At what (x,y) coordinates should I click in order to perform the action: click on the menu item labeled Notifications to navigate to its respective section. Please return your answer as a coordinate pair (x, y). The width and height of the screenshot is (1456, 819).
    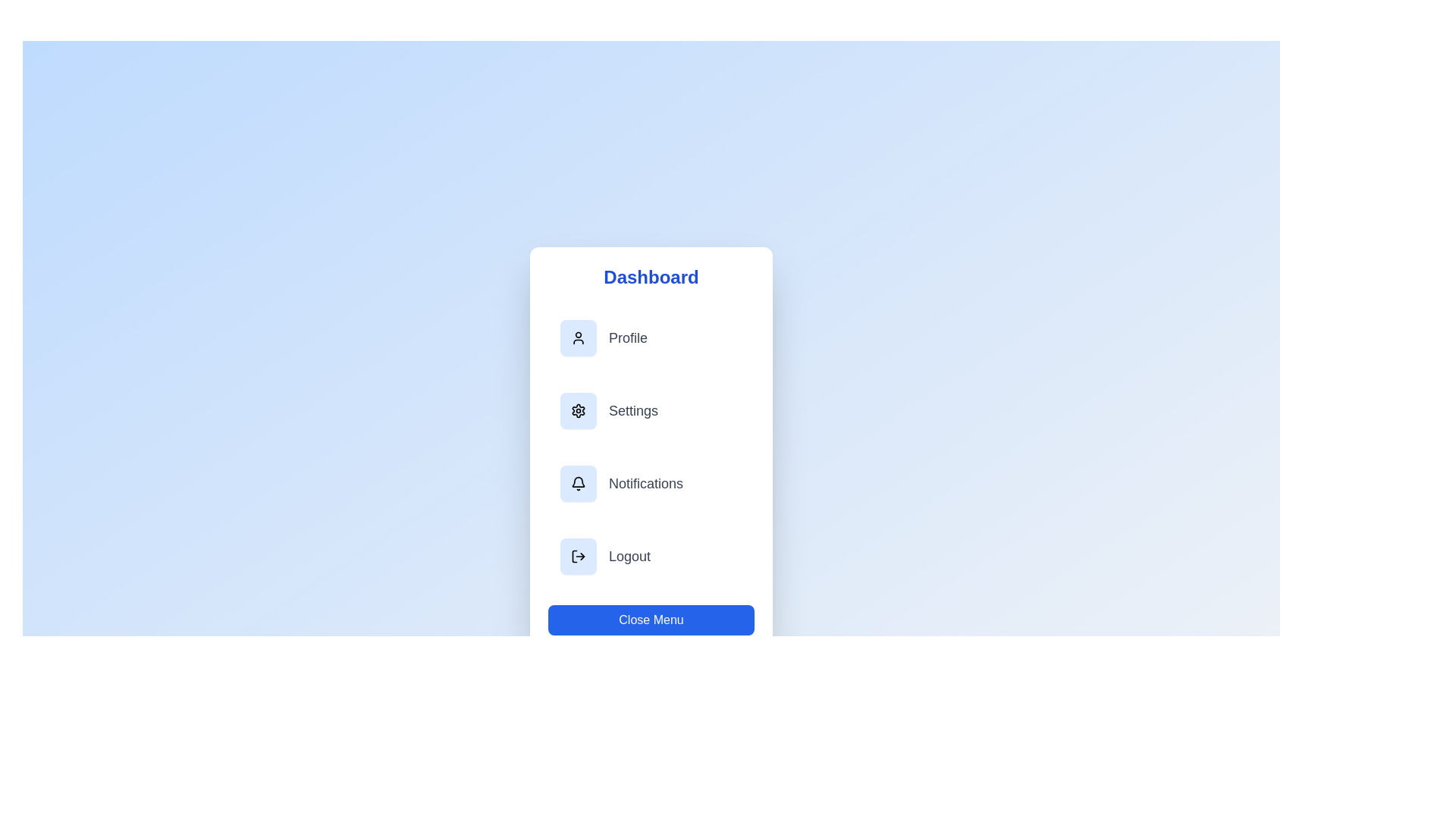
    Looking at the image, I should click on (651, 483).